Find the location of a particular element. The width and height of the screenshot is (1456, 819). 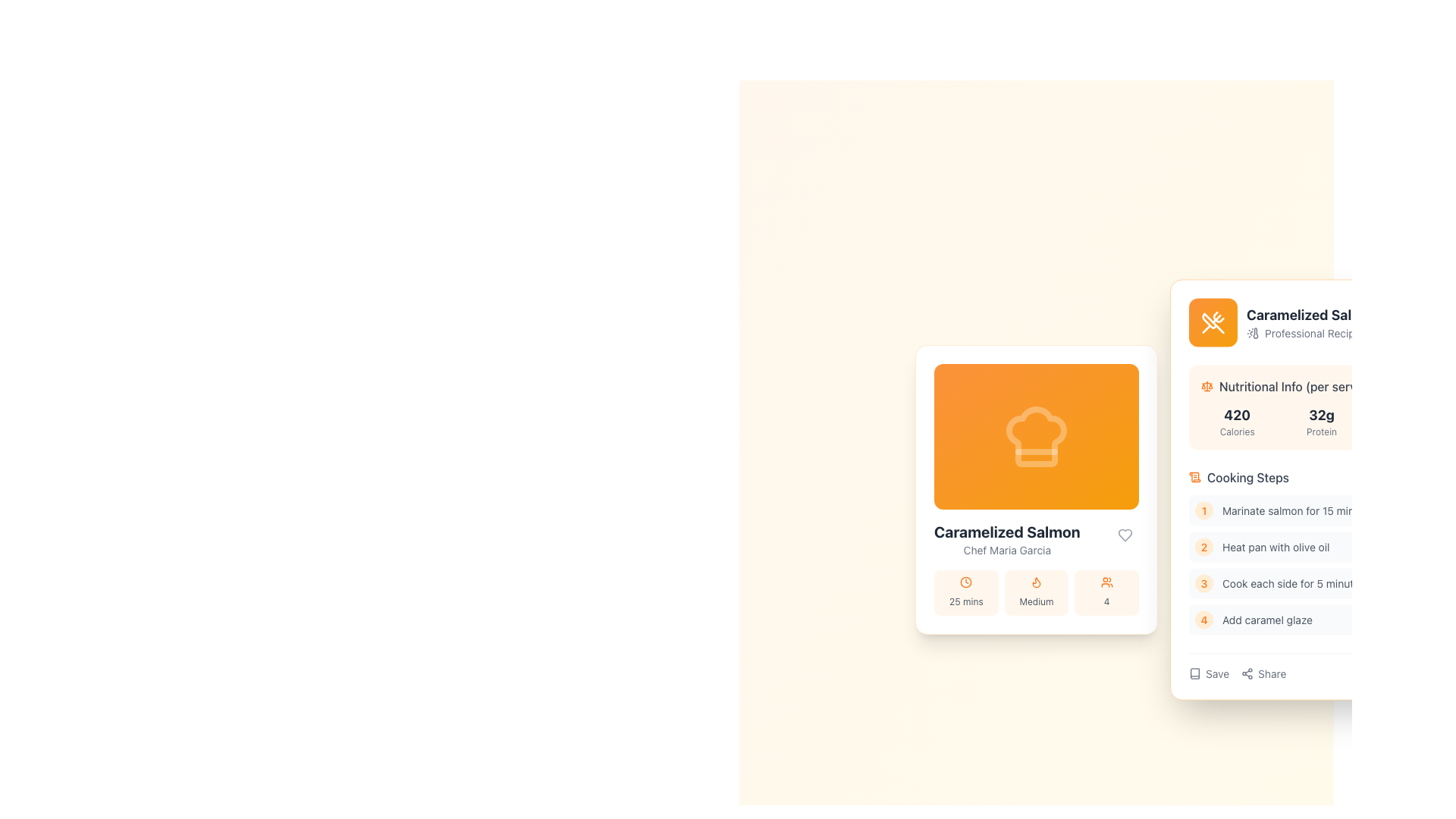

the decorative icon located in the header section next to the title 'Caramelized Salmon' on the rightmost card of the interface is located at coordinates (1212, 321).